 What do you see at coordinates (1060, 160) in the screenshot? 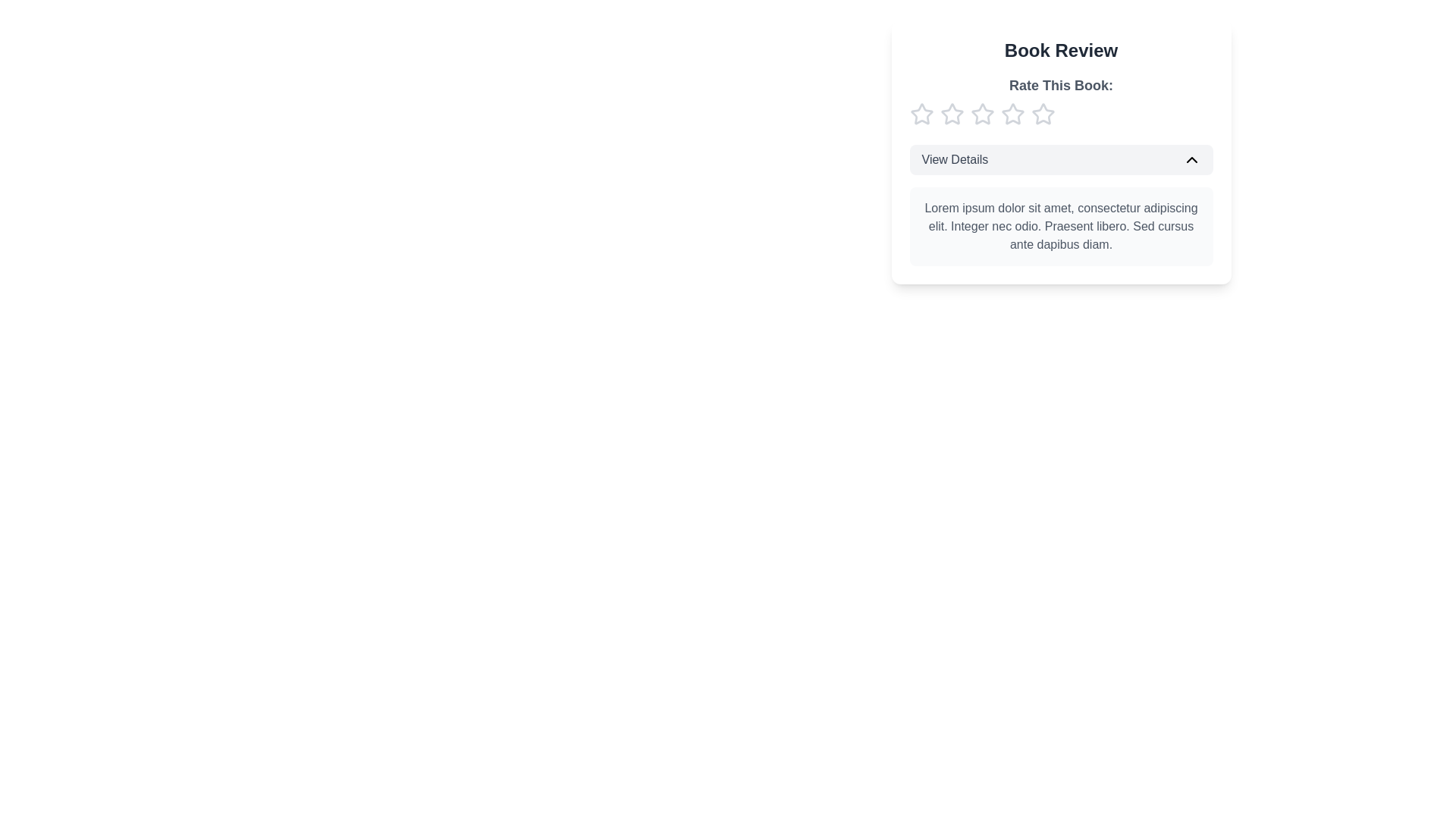
I see `the 'View Details' button` at bounding box center [1060, 160].